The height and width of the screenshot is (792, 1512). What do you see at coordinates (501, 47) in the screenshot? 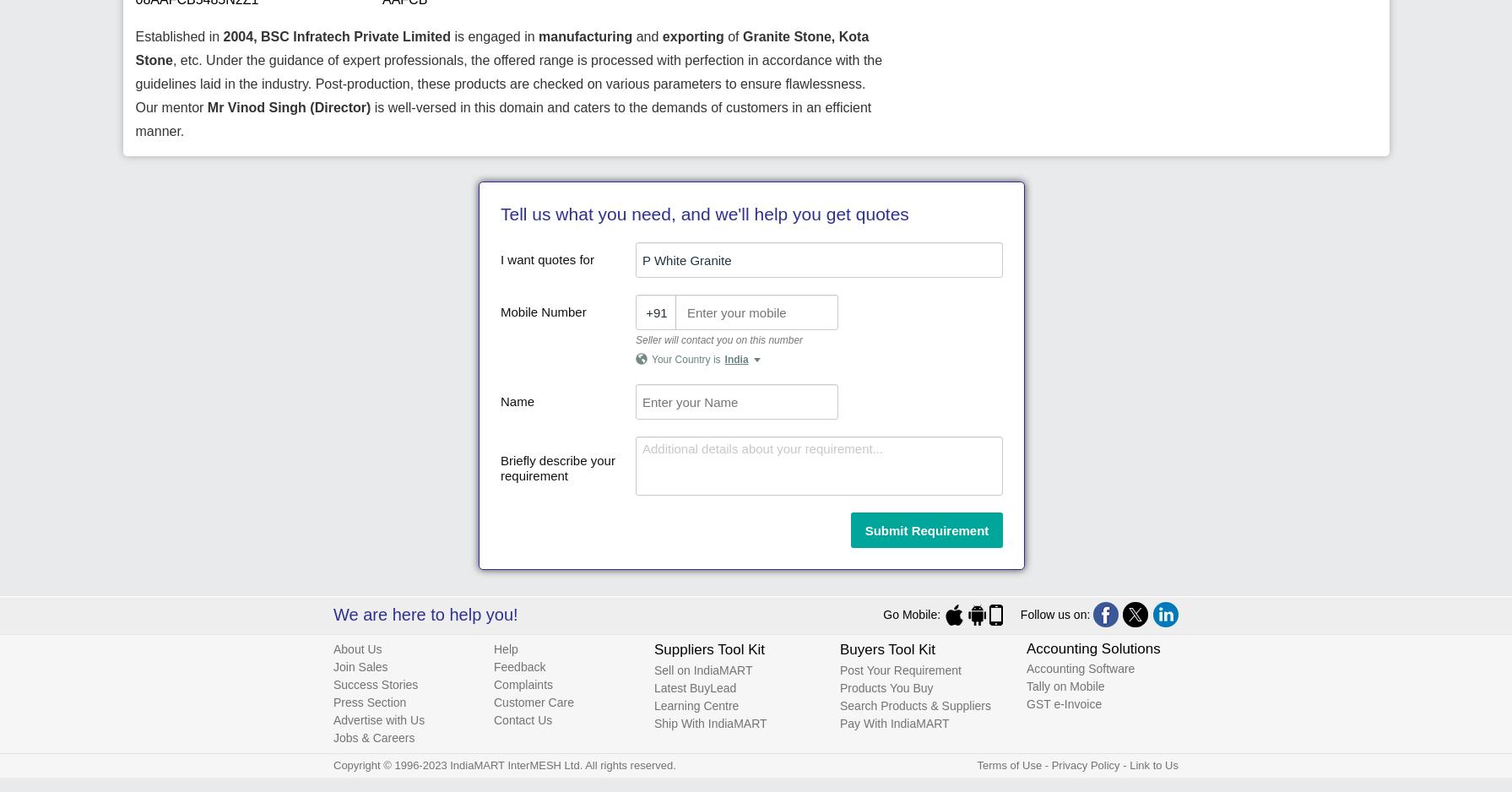
I see `'Granite Stone, Kota Stone'` at bounding box center [501, 47].